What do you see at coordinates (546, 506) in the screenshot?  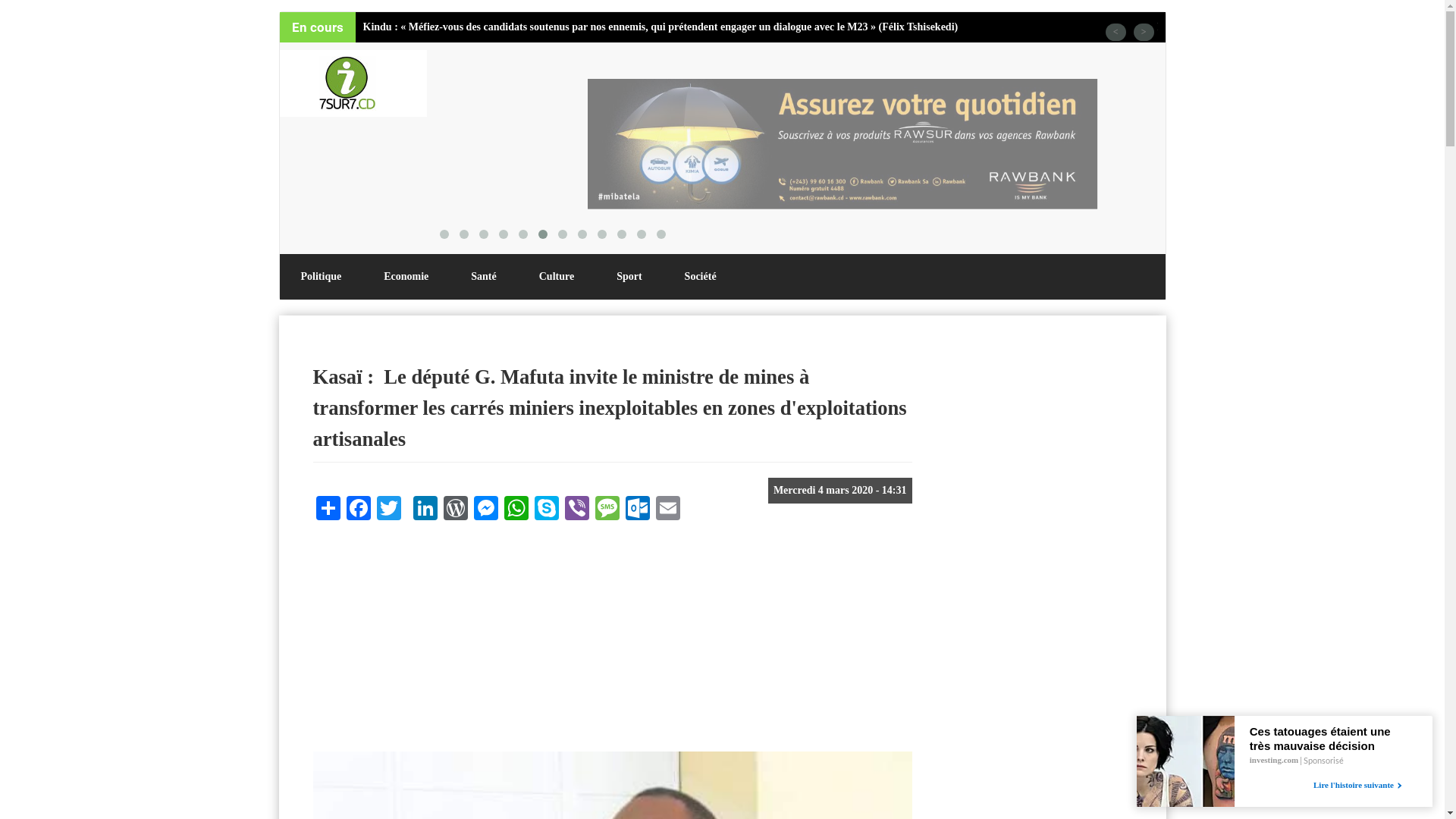 I see `'Skype'` at bounding box center [546, 506].